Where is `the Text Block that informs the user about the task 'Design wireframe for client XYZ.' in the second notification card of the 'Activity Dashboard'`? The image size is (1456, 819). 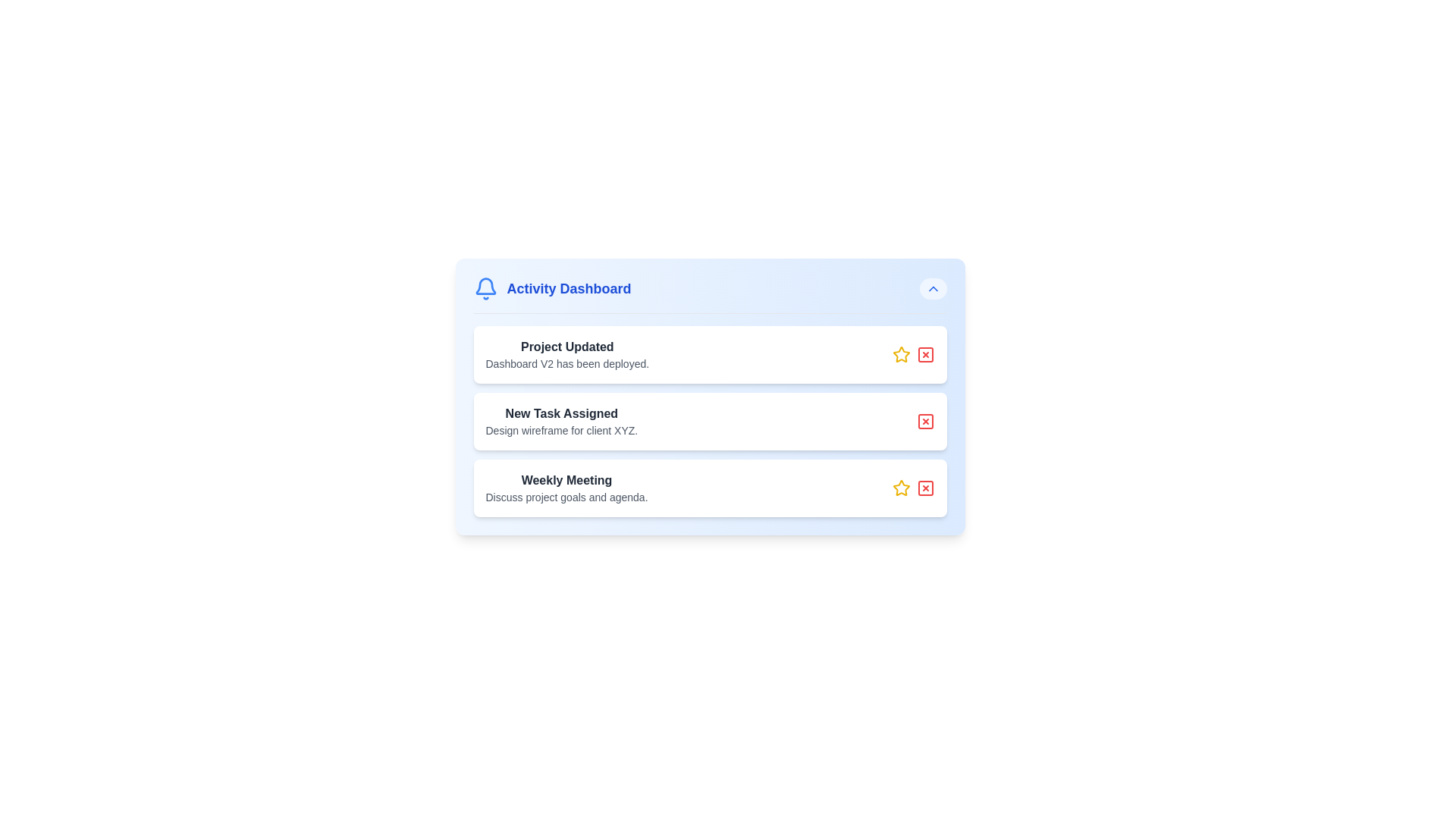 the Text Block that informs the user about the task 'Design wireframe for client XYZ.' in the second notification card of the 'Activity Dashboard' is located at coordinates (560, 421).